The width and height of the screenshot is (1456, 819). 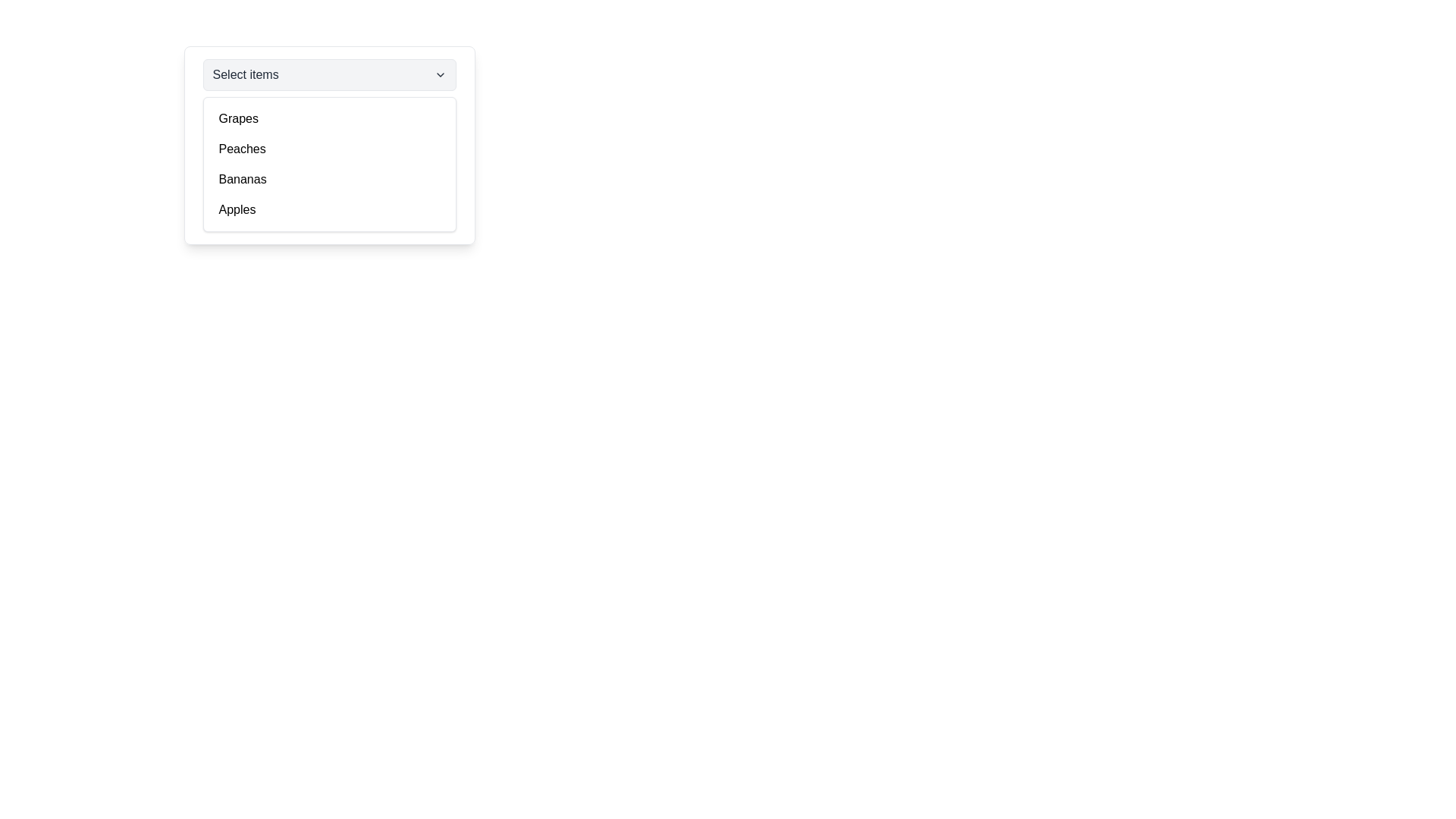 What do you see at coordinates (243, 178) in the screenshot?
I see `to select the 'Bananas' option from the dropdown menu, which is the third item in the list, displayed in a standard font on a white background` at bounding box center [243, 178].